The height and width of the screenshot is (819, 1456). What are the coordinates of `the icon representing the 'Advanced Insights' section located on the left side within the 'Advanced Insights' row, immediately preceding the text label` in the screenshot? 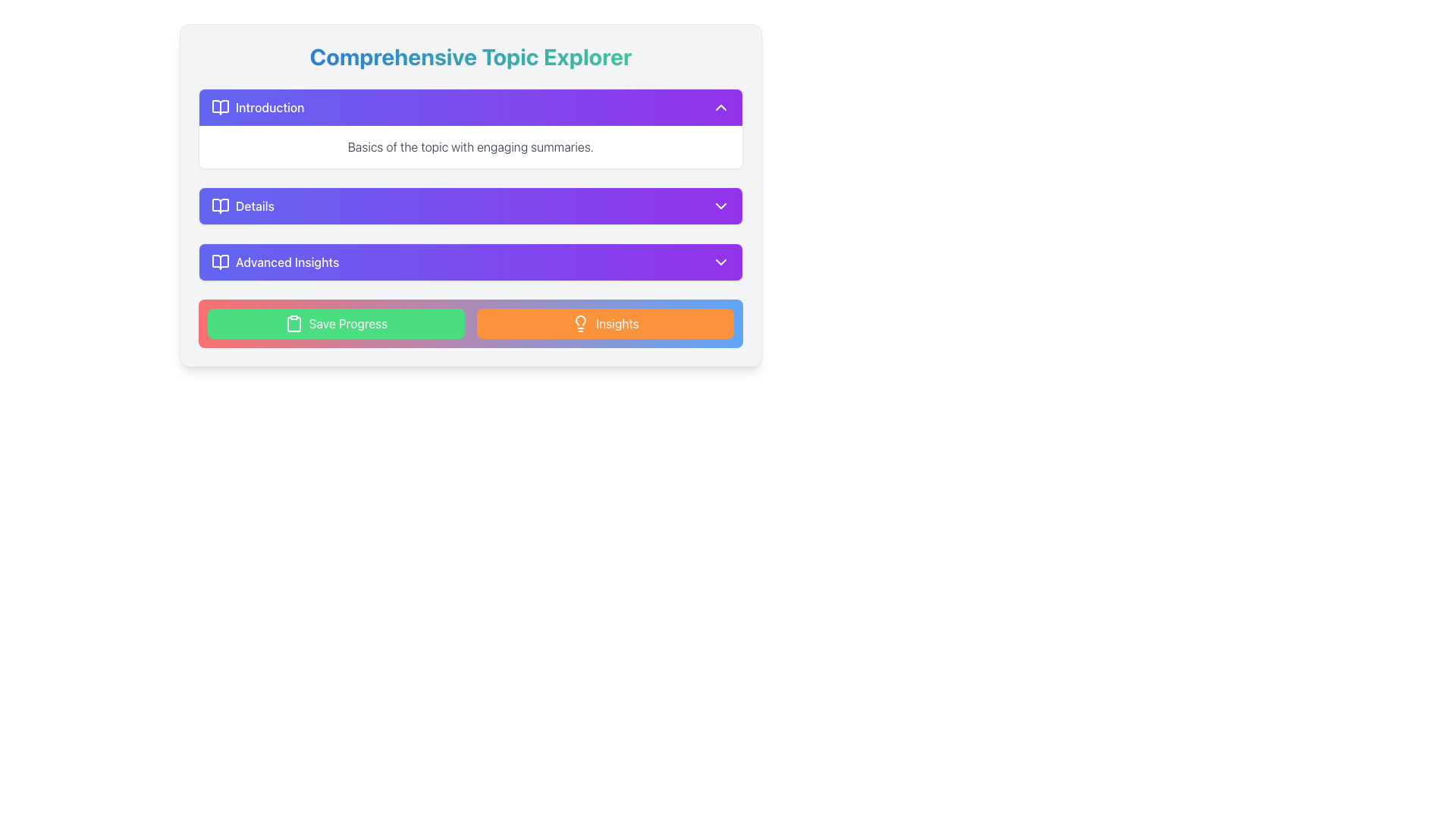 It's located at (220, 262).